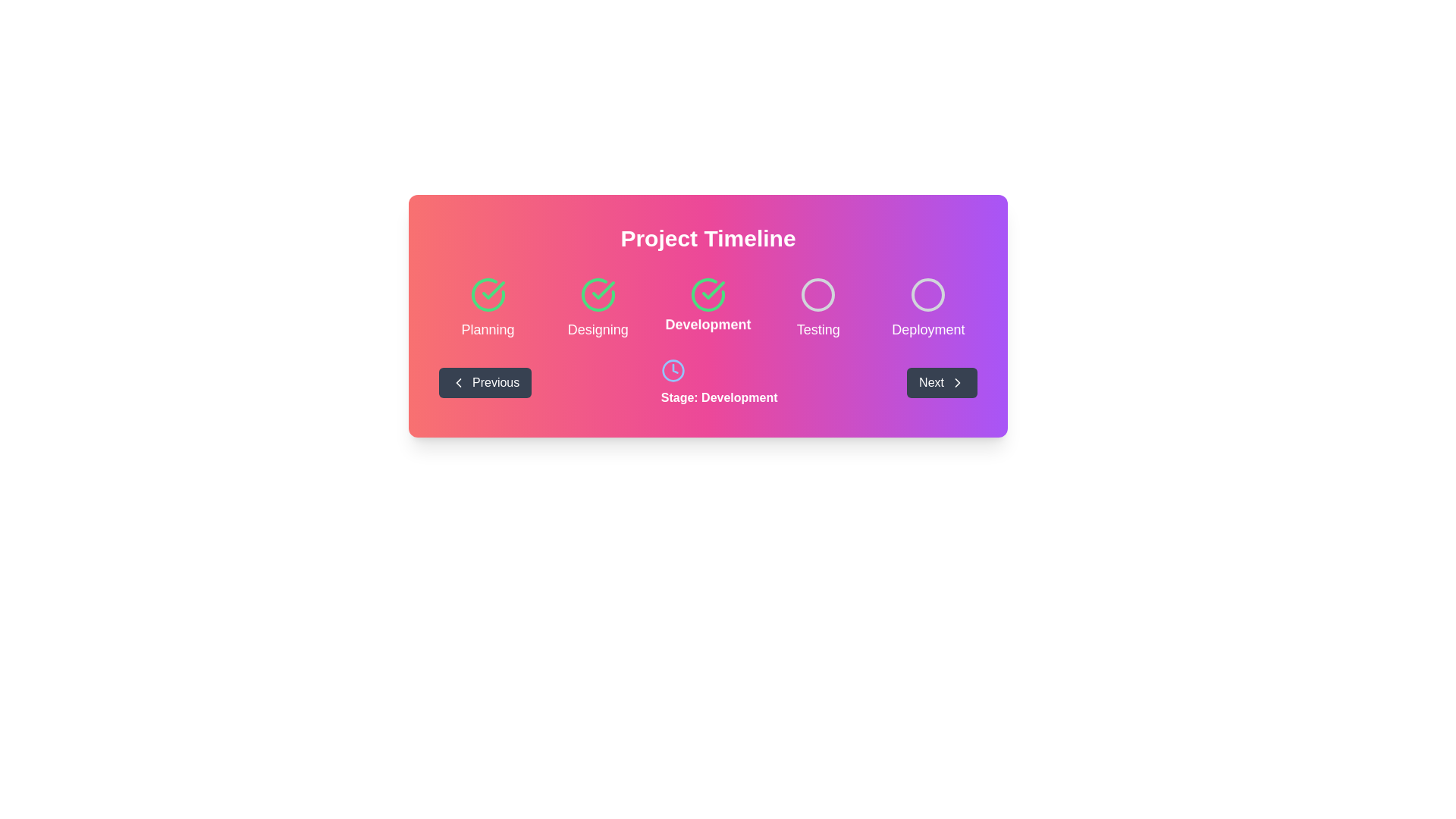 The image size is (1456, 819). Describe the element at coordinates (708, 315) in the screenshot. I see `the 'Development' stage of the Project Timeline by interacting with the Timeline tracker with navigation` at that location.